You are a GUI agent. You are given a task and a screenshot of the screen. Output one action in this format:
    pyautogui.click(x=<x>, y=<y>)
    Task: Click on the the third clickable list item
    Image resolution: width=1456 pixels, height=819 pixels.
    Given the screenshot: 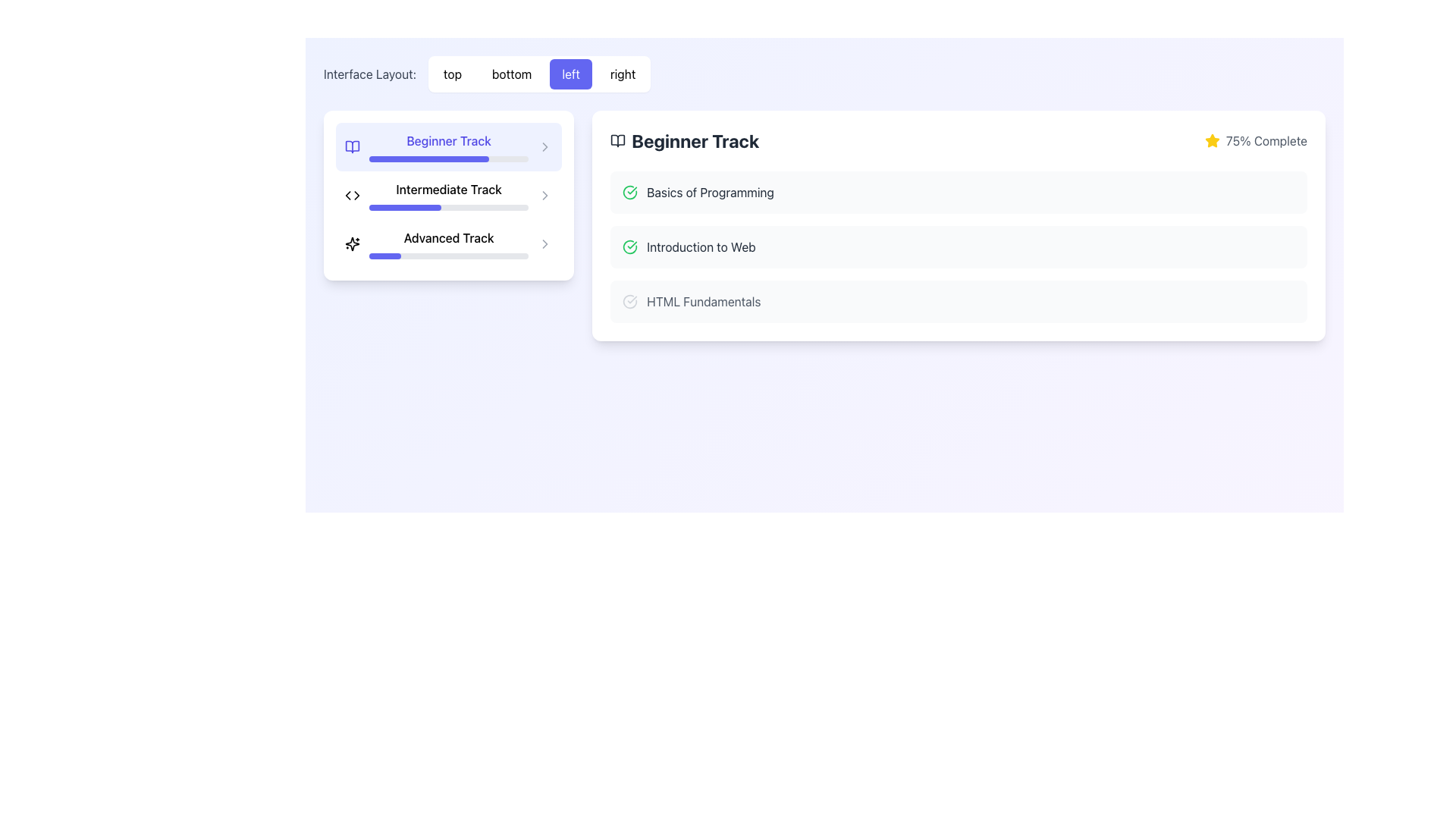 What is the action you would take?
    pyautogui.click(x=958, y=301)
    